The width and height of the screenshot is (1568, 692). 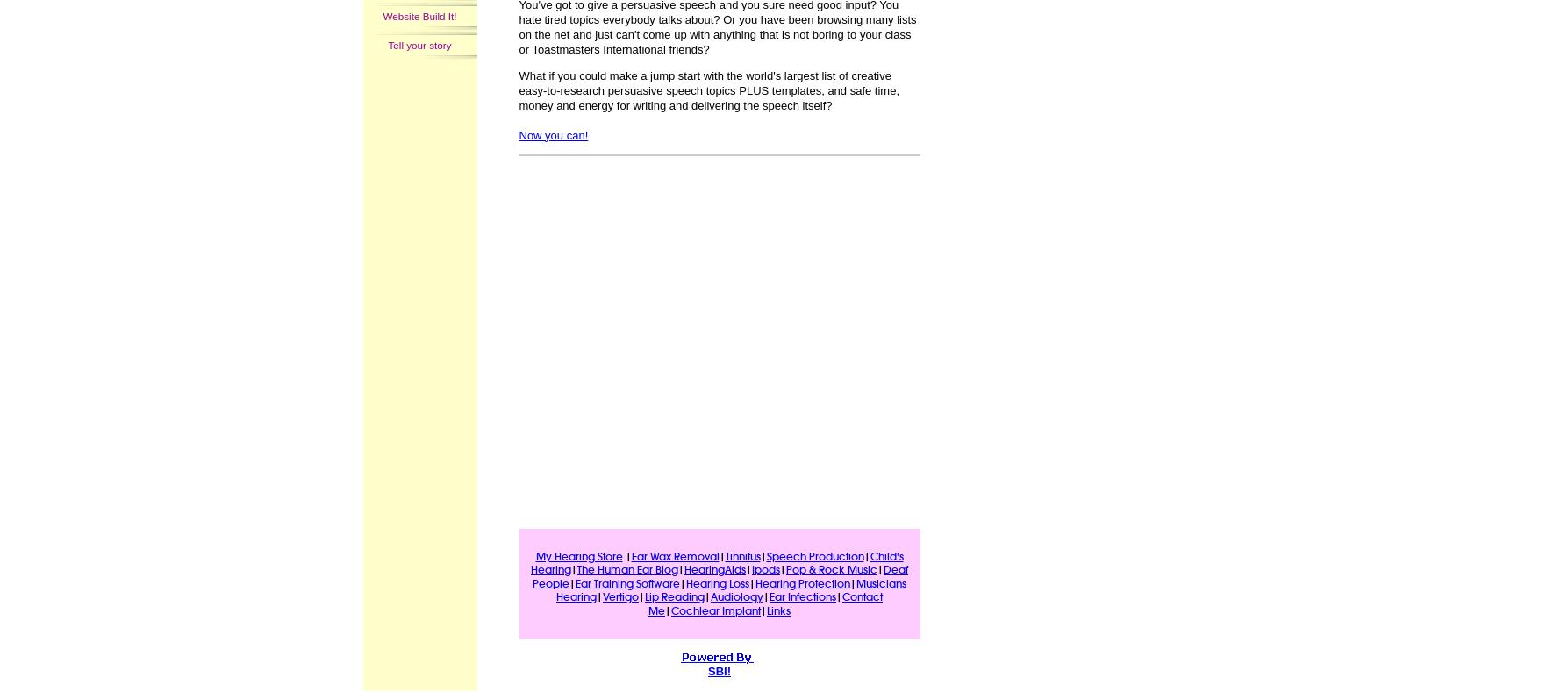 What do you see at coordinates (741, 554) in the screenshot?
I see `'Tinnitus'` at bounding box center [741, 554].